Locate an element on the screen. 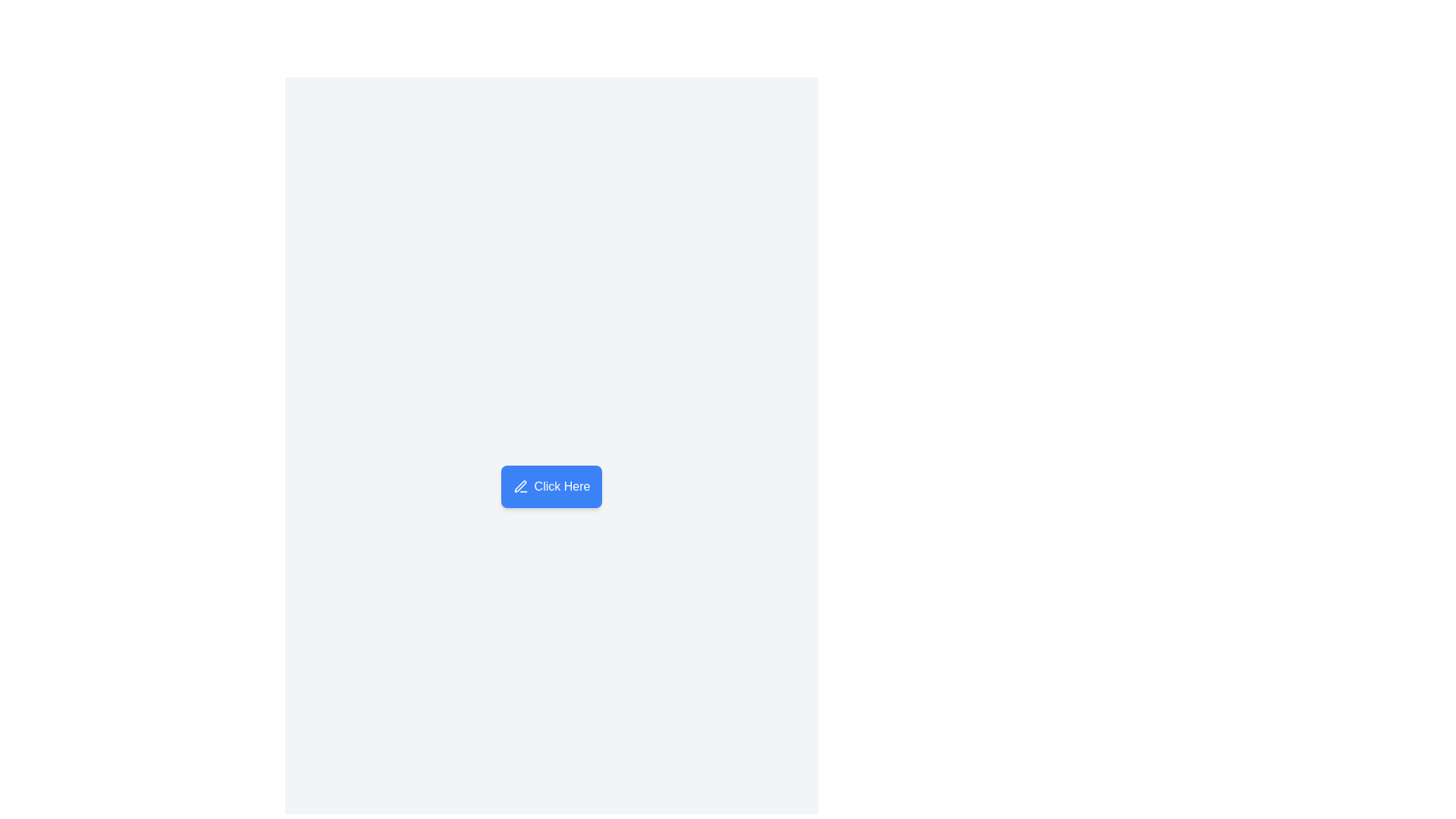 This screenshot has width=1456, height=819. the interactive pen icon located to the left of the 'Click Here' label on the button, which has a solid blue background and a white outline is located at coordinates (520, 486).